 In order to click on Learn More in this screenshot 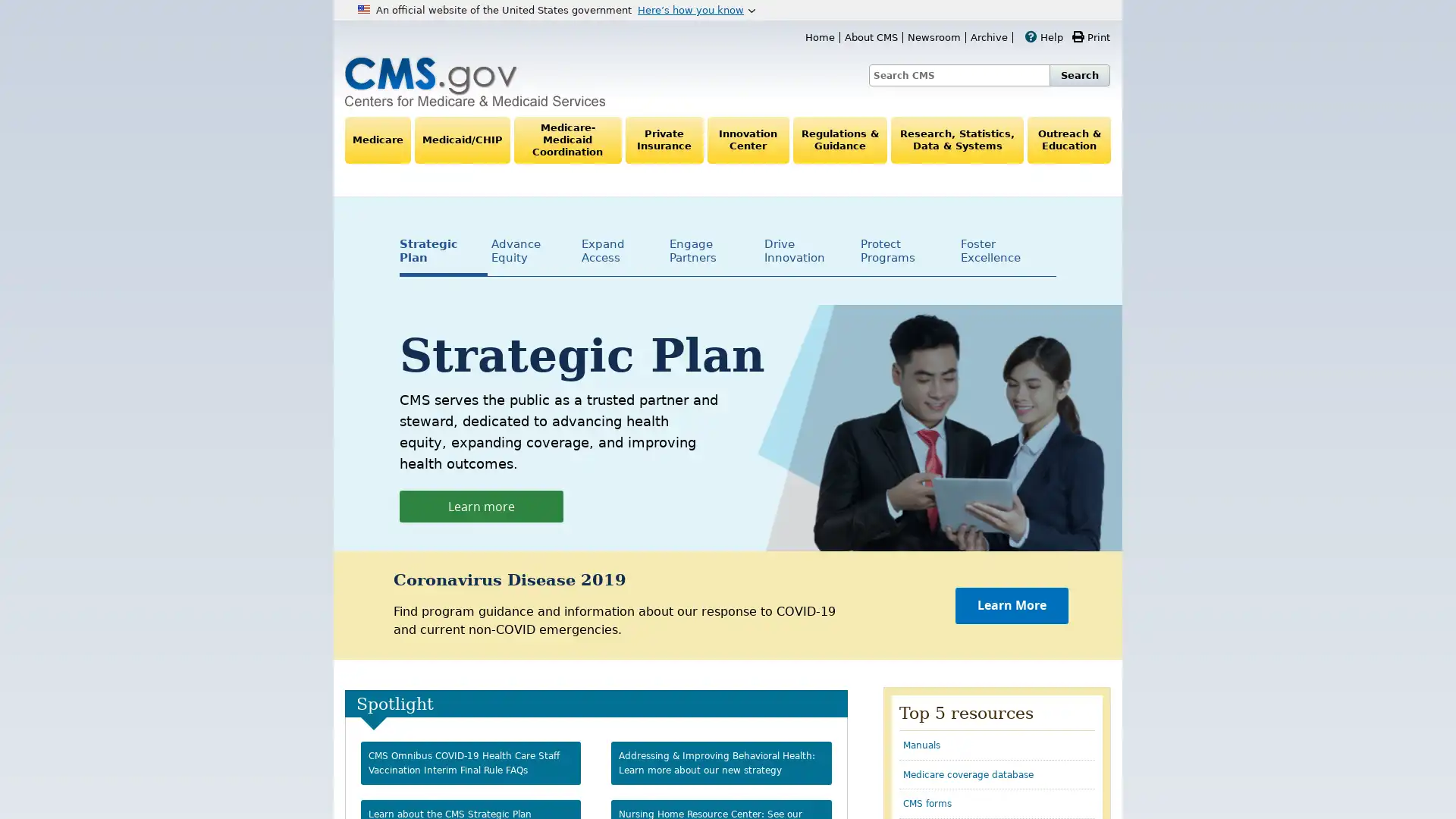, I will do `click(1012, 604)`.